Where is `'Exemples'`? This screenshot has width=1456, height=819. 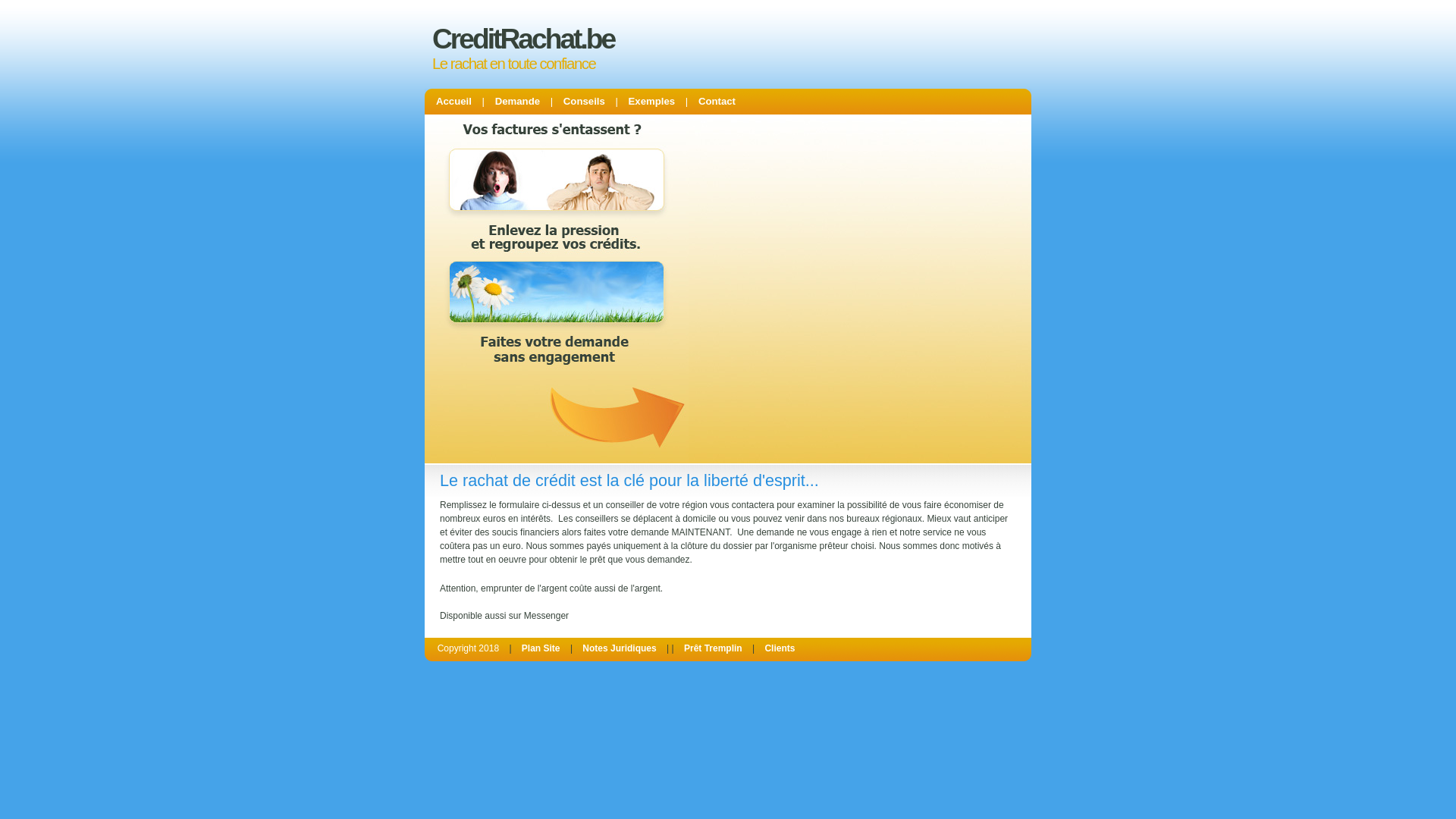
'Exemples' is located at coordinates (651, 101).